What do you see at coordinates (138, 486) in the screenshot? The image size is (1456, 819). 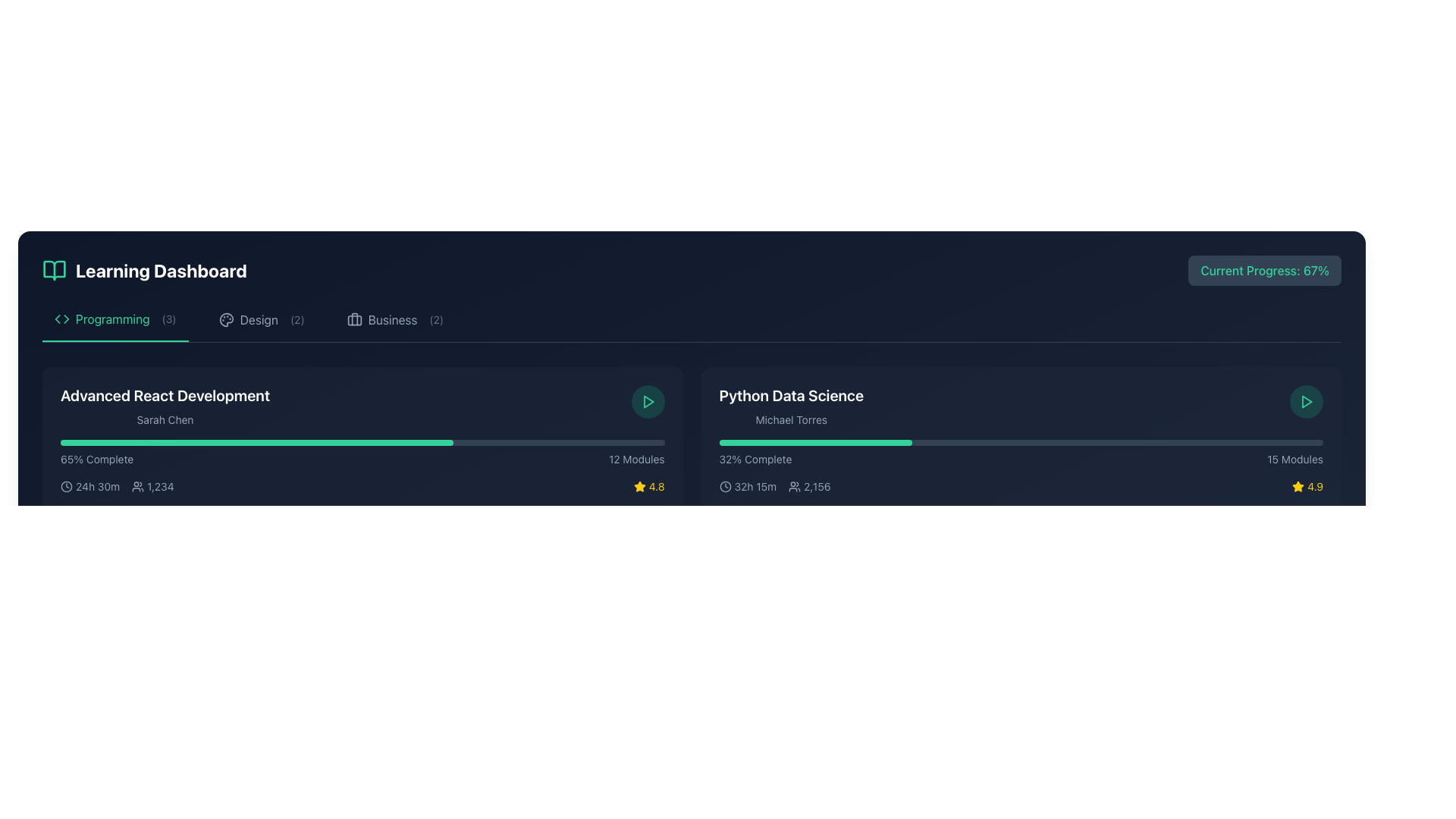 I see `the user count icon located to the left of the numerical value 1,234 in the user-related data section of the 'Advanced React Development' course box` at bounding box center [138, 486].